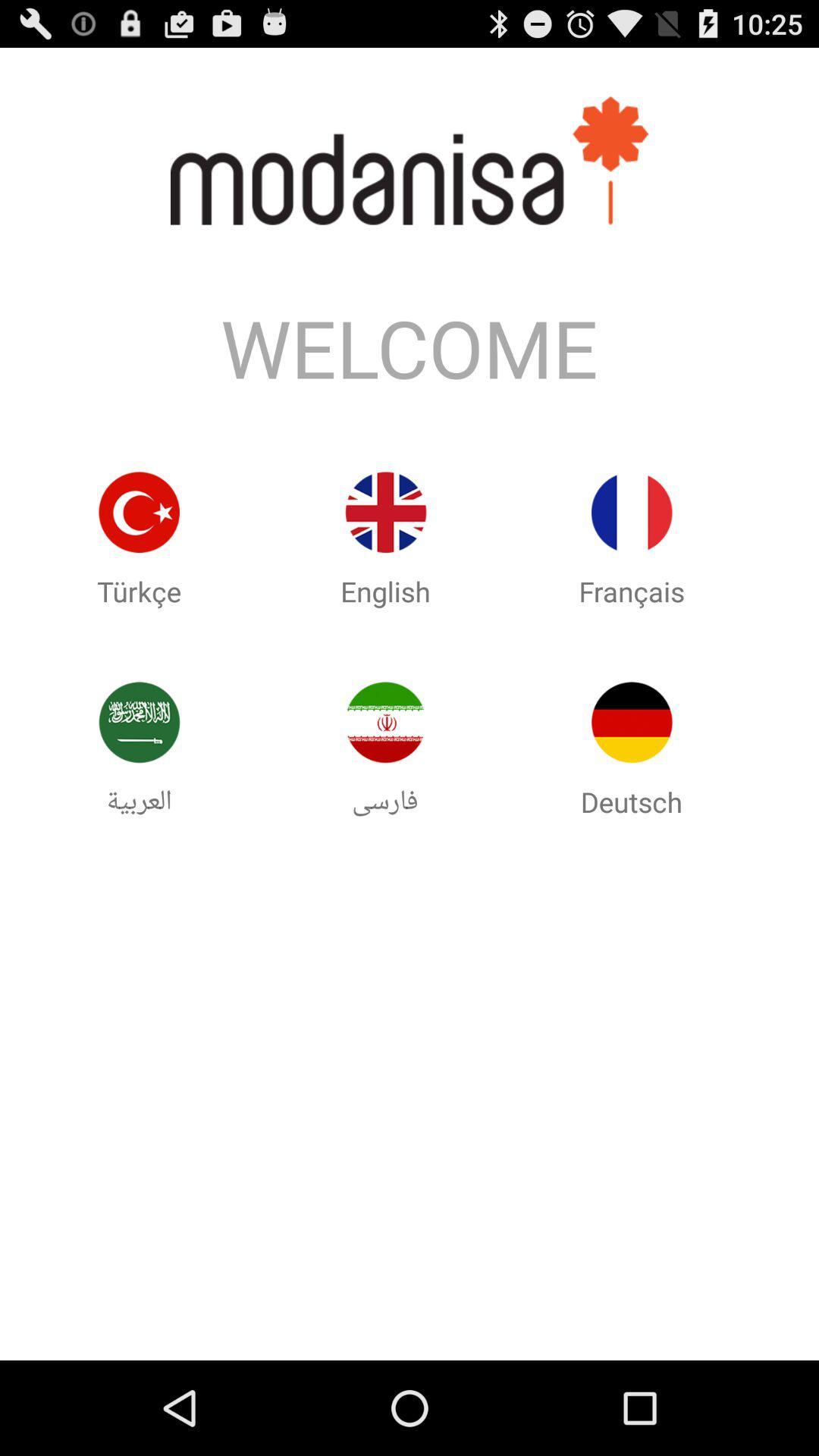 Image resolution: width=819 pixels, height=1456 pixels. Describe the element at coordinates (139, 721) in the screenshot. I see `selects saudi arabia as your current location` at that location.